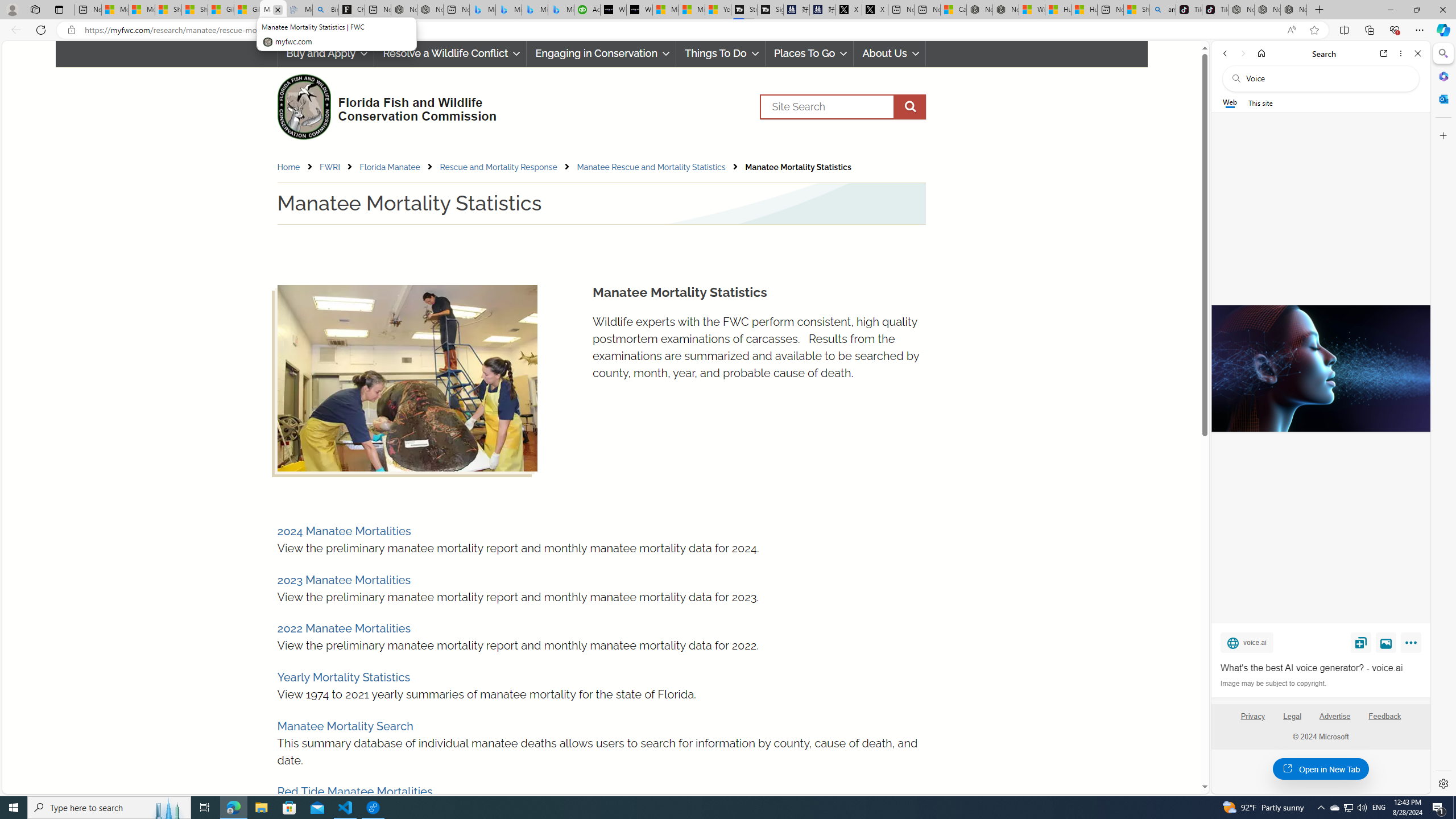 The width and height of the screenshot is (1456, 819). What do you see at coordinates (1419, 29) in the screenshot?
I see `'Settings and more (Alt+F)'` at bounding box center [1419, 29].